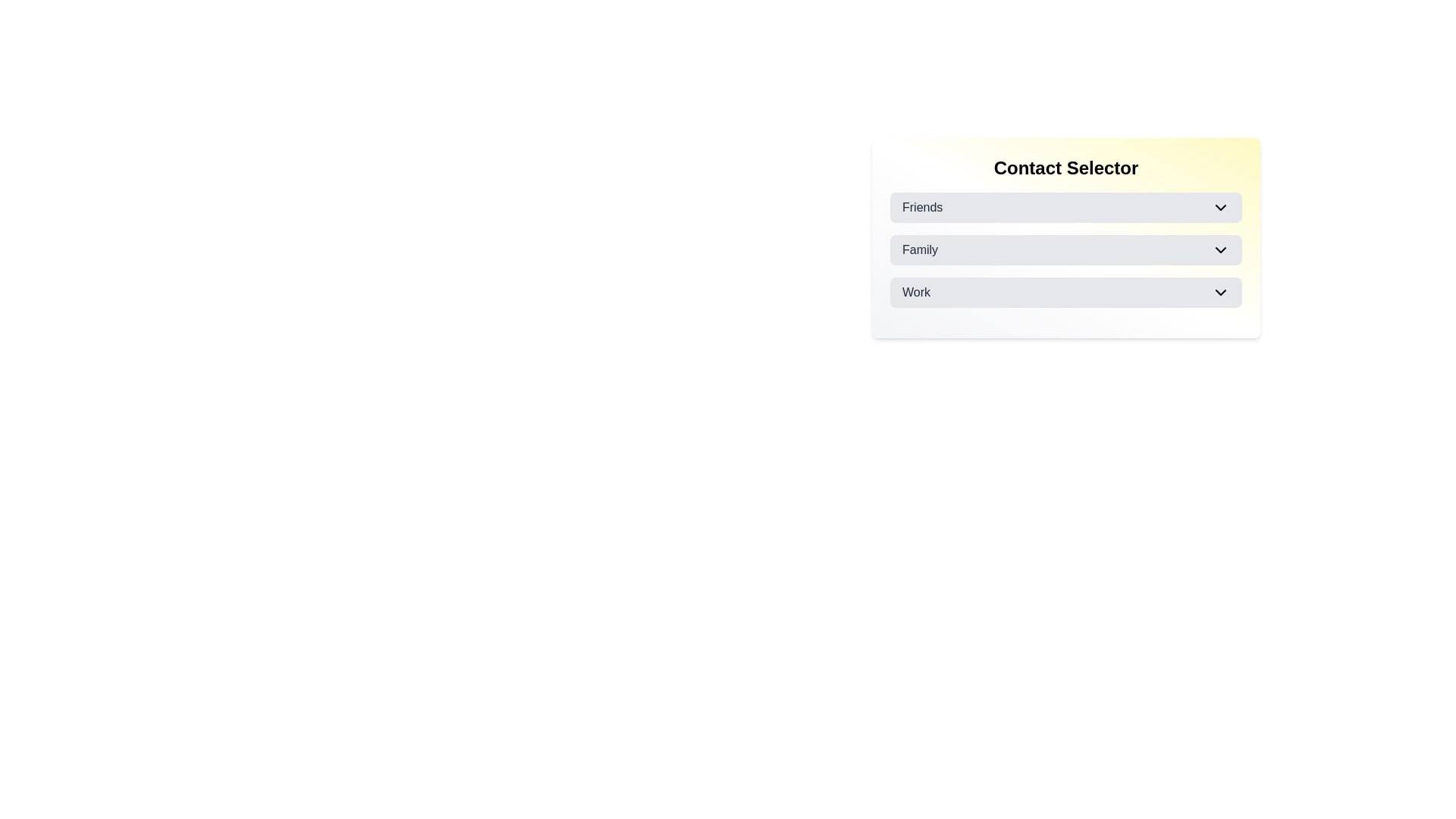 Image resolution: width=1456 pixels, height=819 pixels. I want to click on the Dropdown indicator icon located on the rightmost side of the 'Work' list item, so click(1220, 292).